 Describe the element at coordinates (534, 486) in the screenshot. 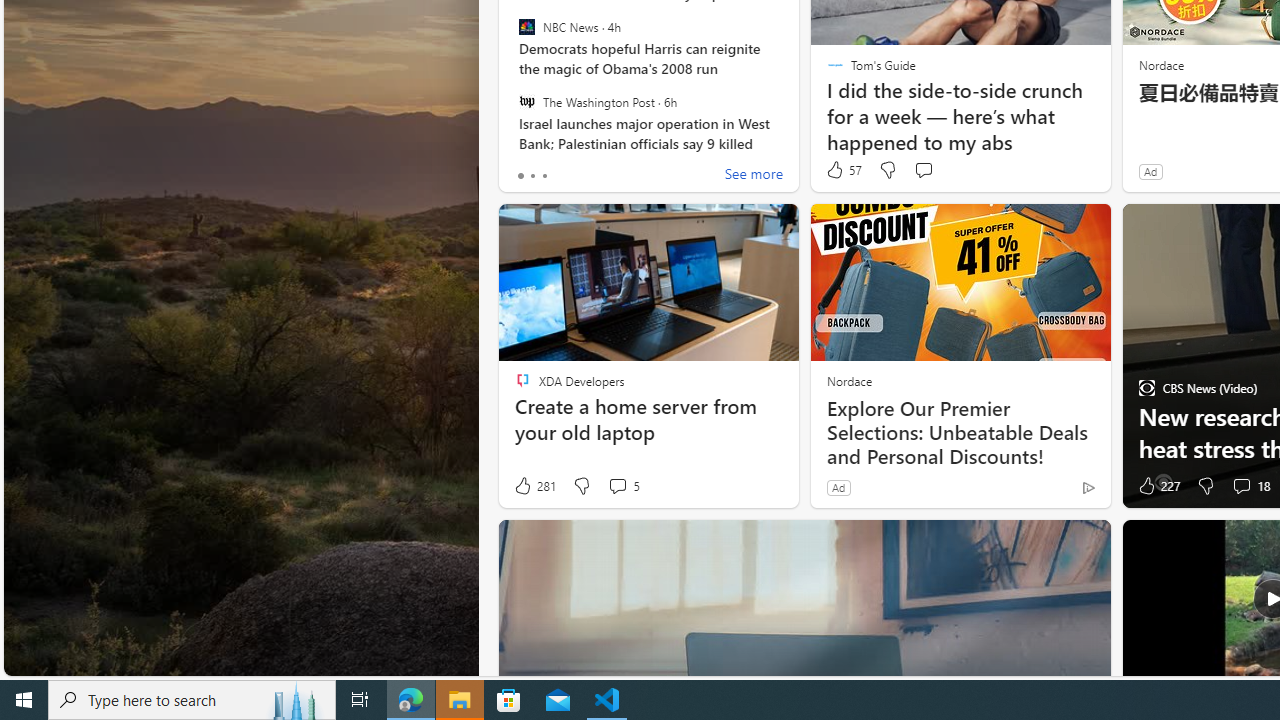

I see `'281 Like'` at that location.